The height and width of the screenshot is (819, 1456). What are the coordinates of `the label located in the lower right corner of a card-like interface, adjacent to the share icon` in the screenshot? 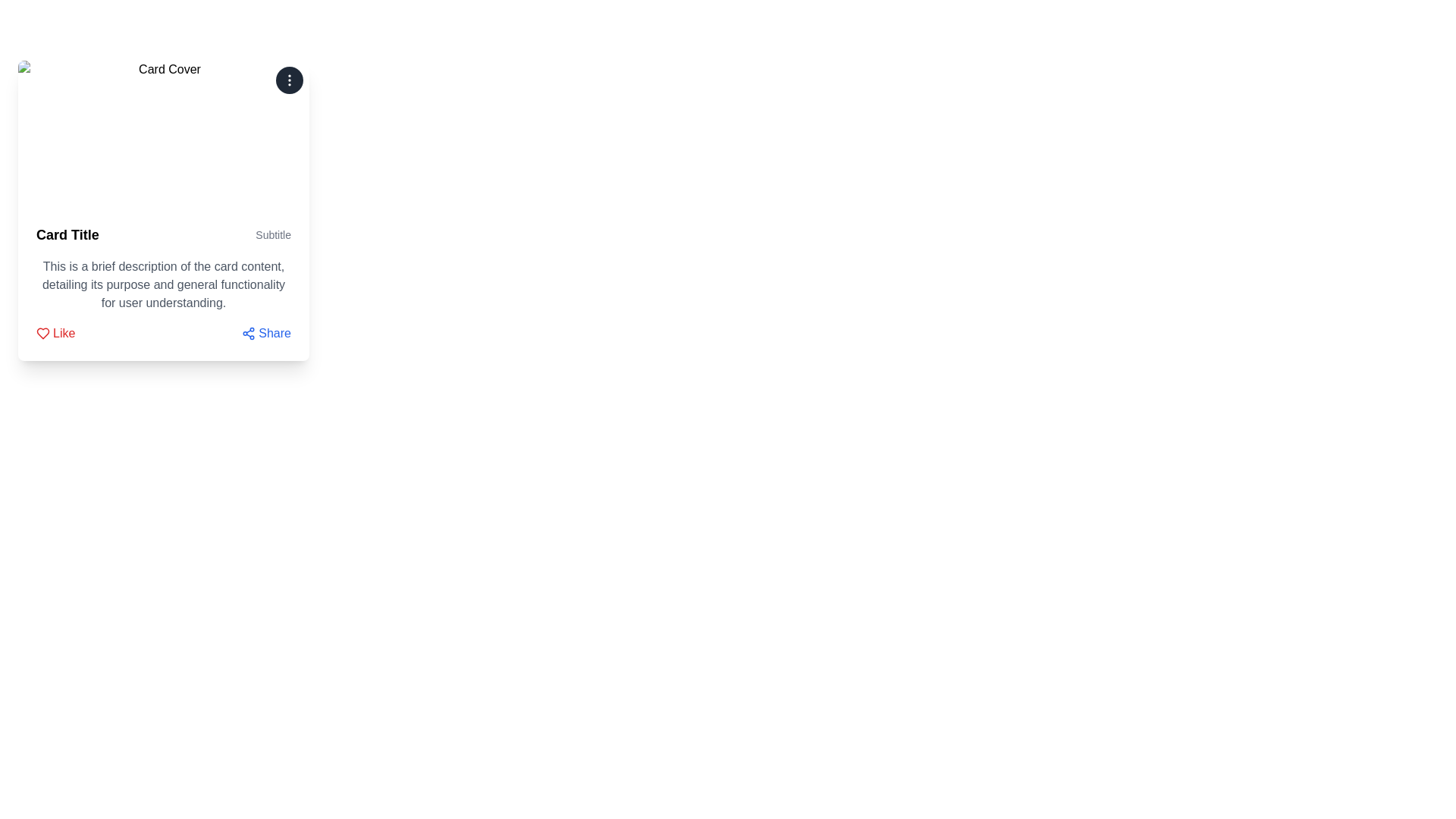 It's located at (275, 332).